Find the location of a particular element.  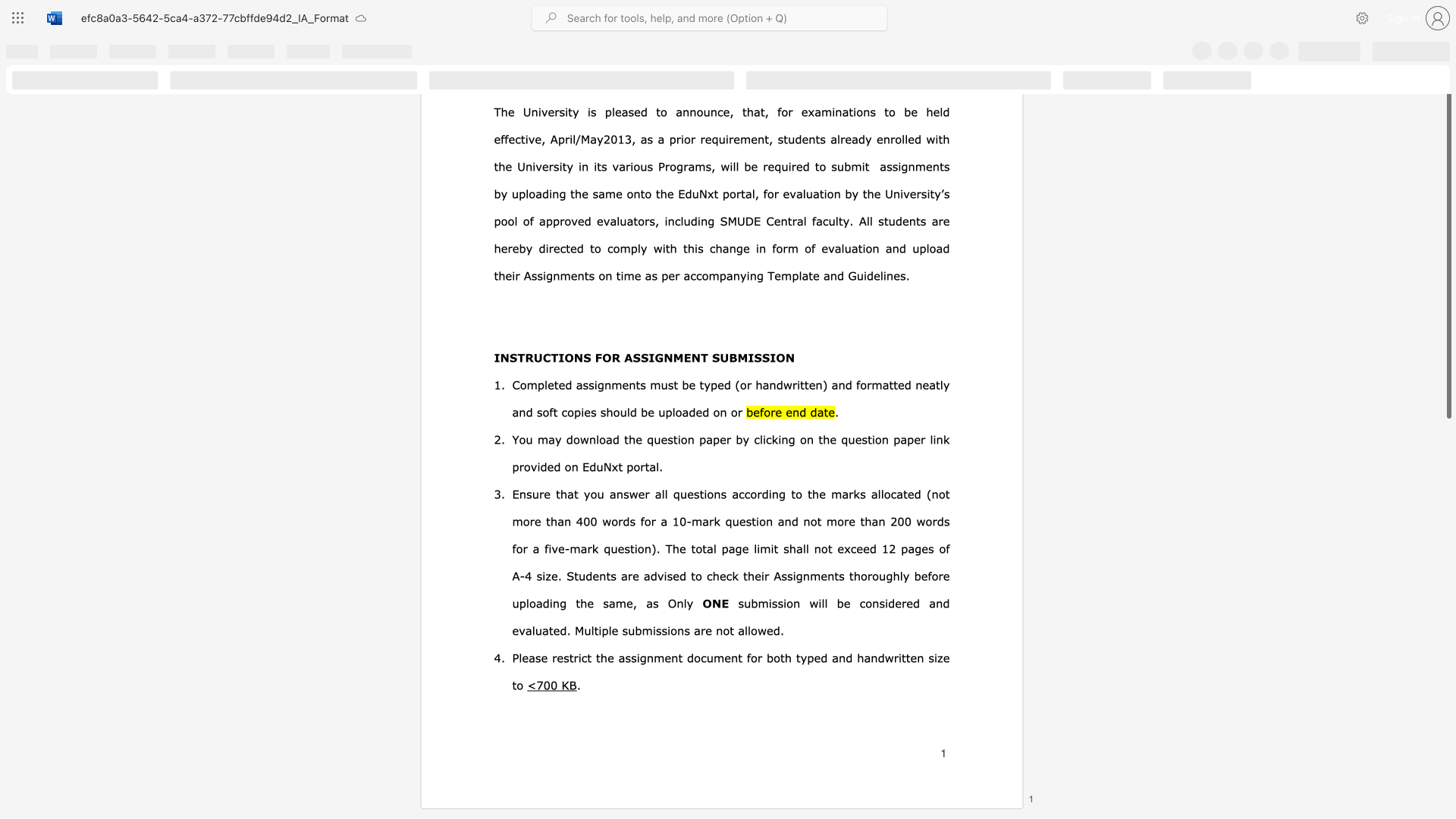

the scrollbar and move up 40 pixels is located at coordinates (1448, 249).